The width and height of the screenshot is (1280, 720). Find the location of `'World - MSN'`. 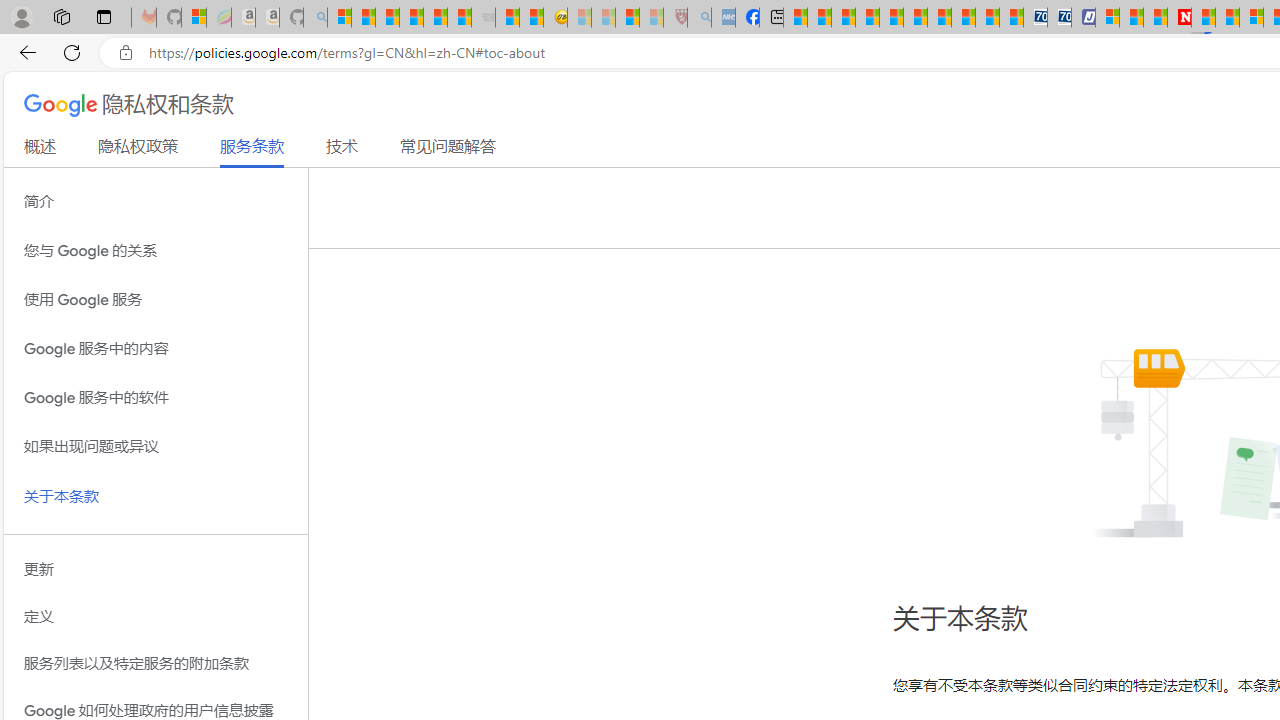

'World - MSN' is located at coordinates (843, 17).